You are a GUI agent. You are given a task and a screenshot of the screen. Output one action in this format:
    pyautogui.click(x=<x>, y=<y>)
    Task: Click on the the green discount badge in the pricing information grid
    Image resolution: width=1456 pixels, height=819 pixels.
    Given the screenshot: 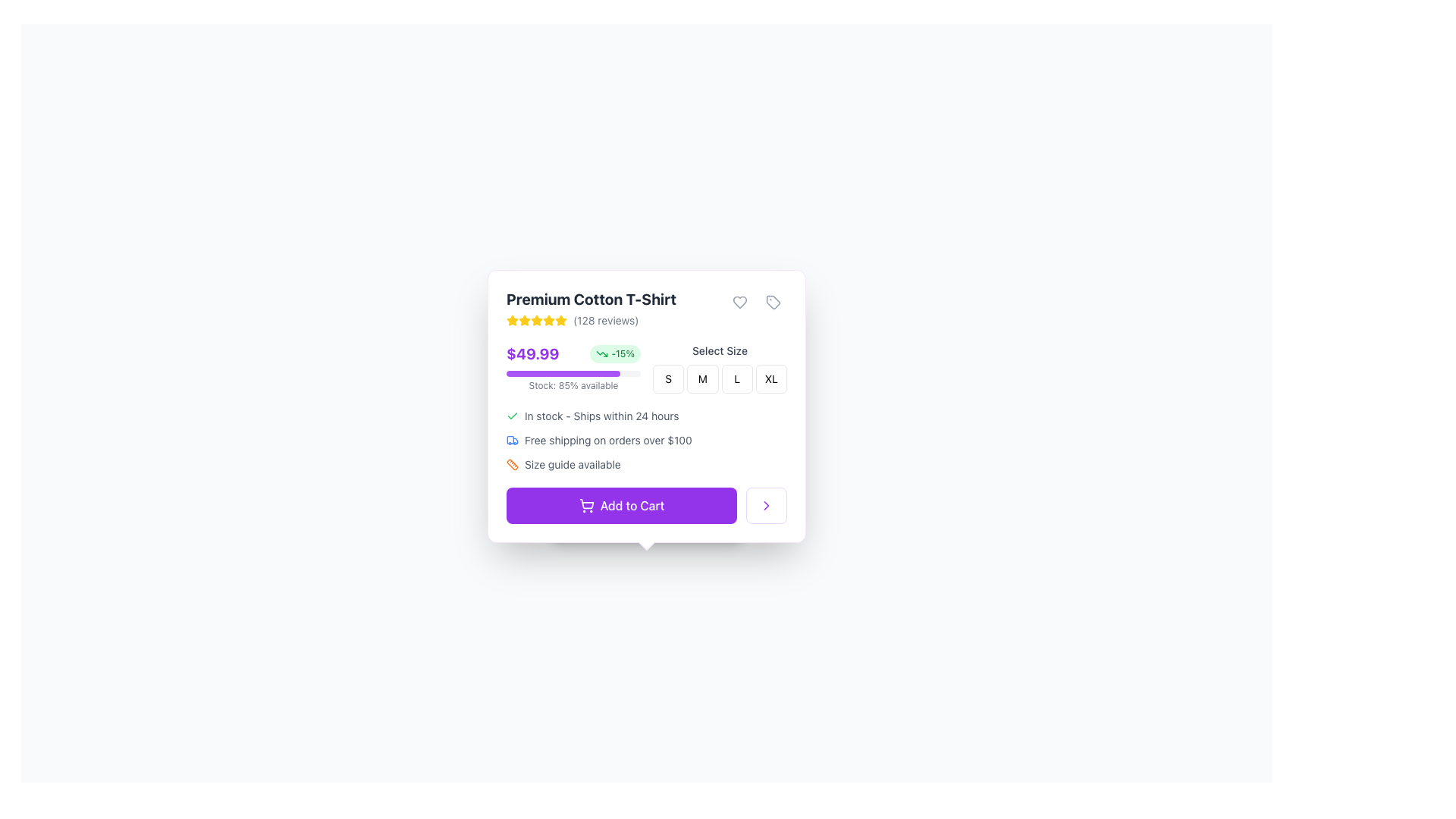 What is the action you would take?
    pyautogui.click(x=647, y=369)
    